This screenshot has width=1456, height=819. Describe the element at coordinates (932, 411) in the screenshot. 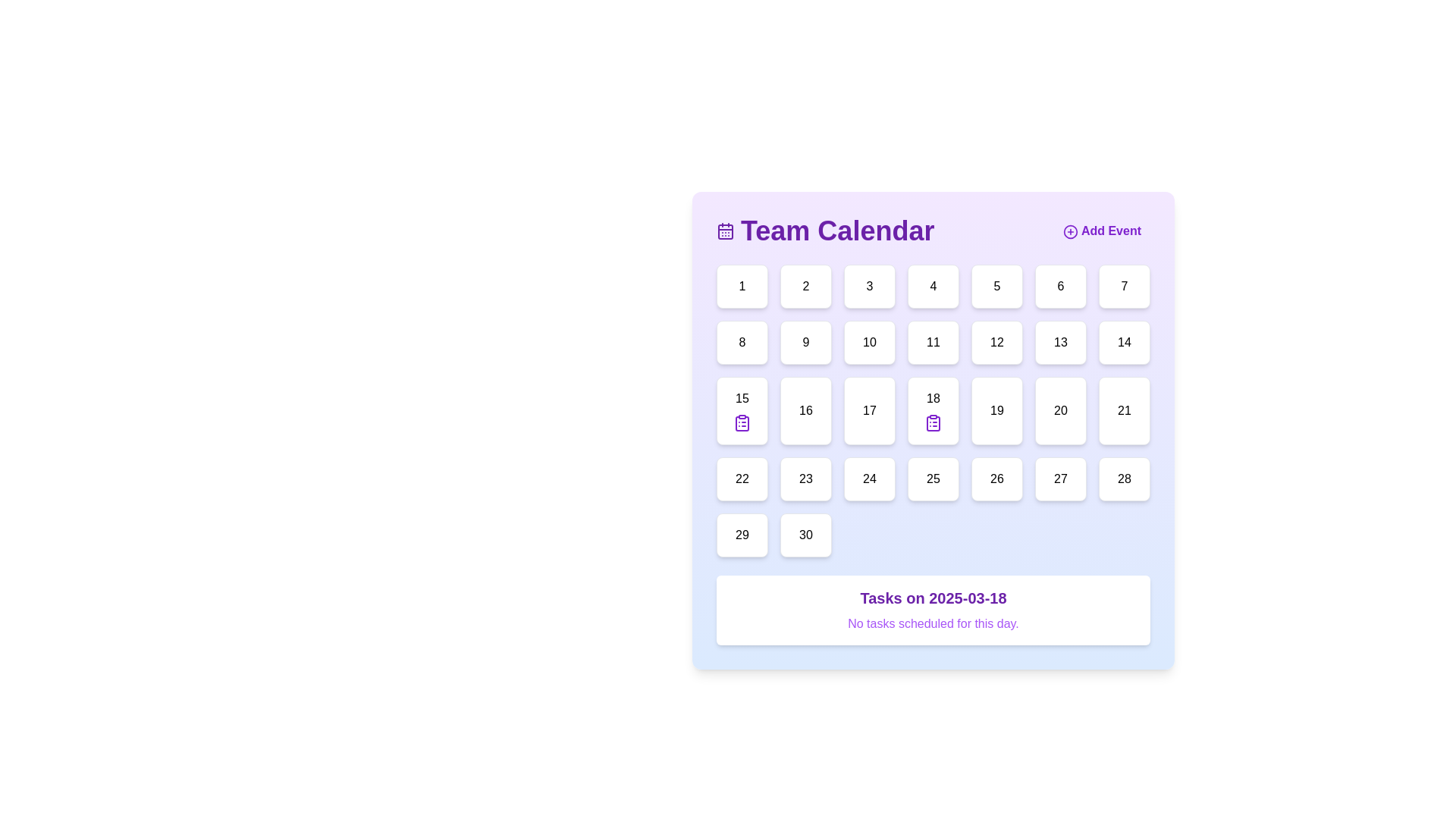

I see `the calendar cell icon for the 18th day` at that location.